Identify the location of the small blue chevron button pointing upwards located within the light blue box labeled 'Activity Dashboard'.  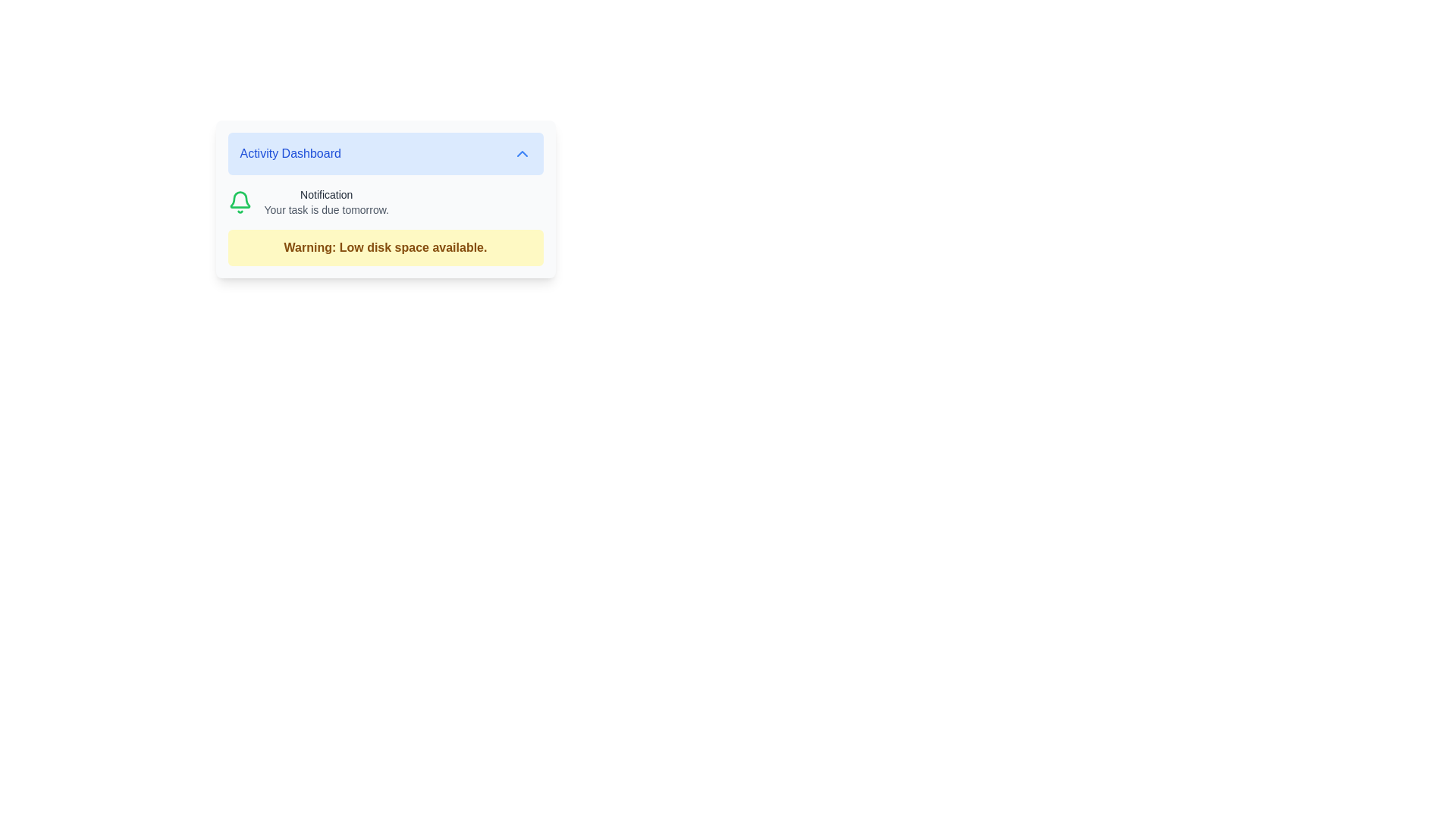
(522, 154).